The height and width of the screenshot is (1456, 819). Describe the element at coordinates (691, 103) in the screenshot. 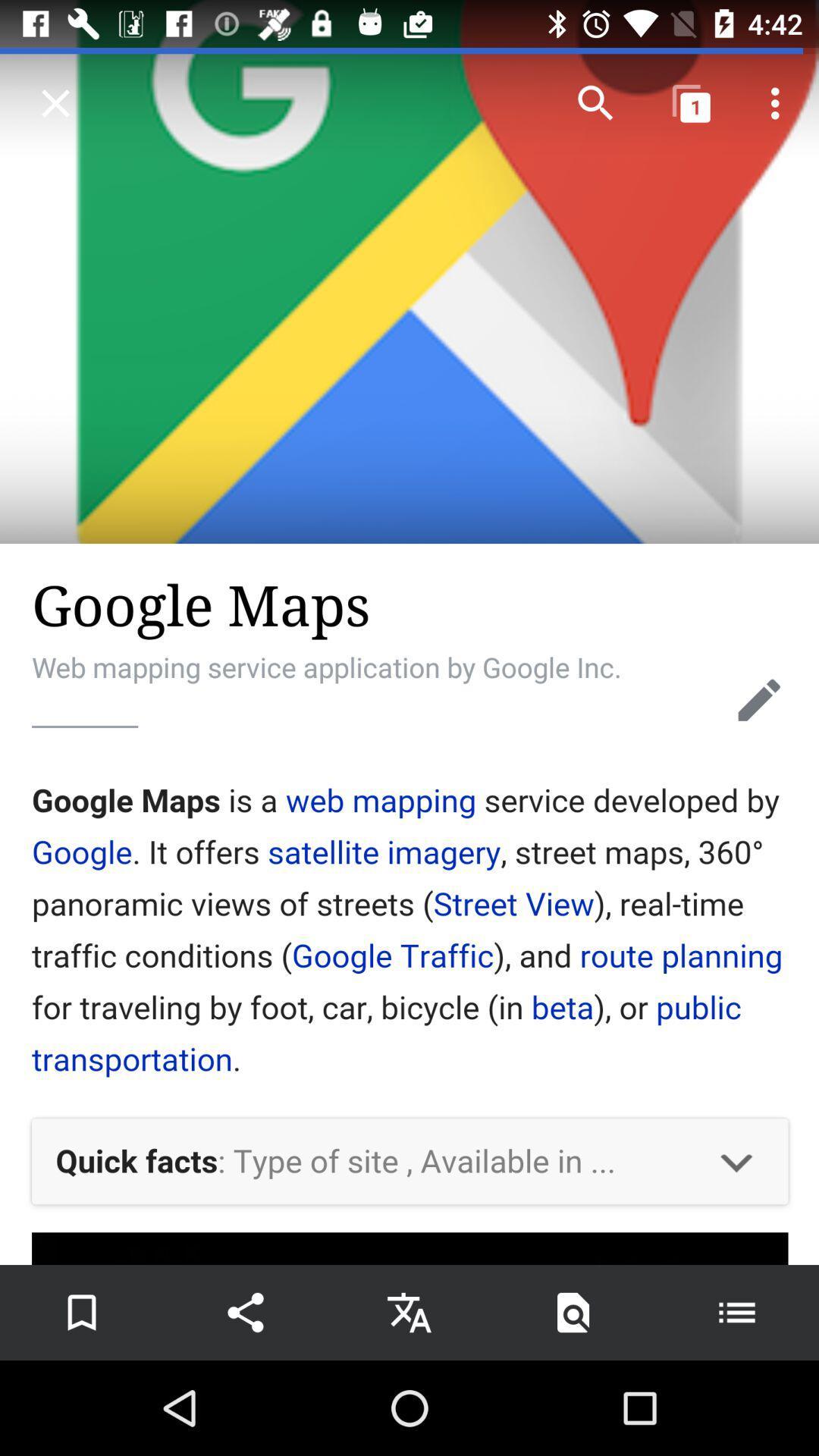

I see `the icon right to the search icon` at that location.